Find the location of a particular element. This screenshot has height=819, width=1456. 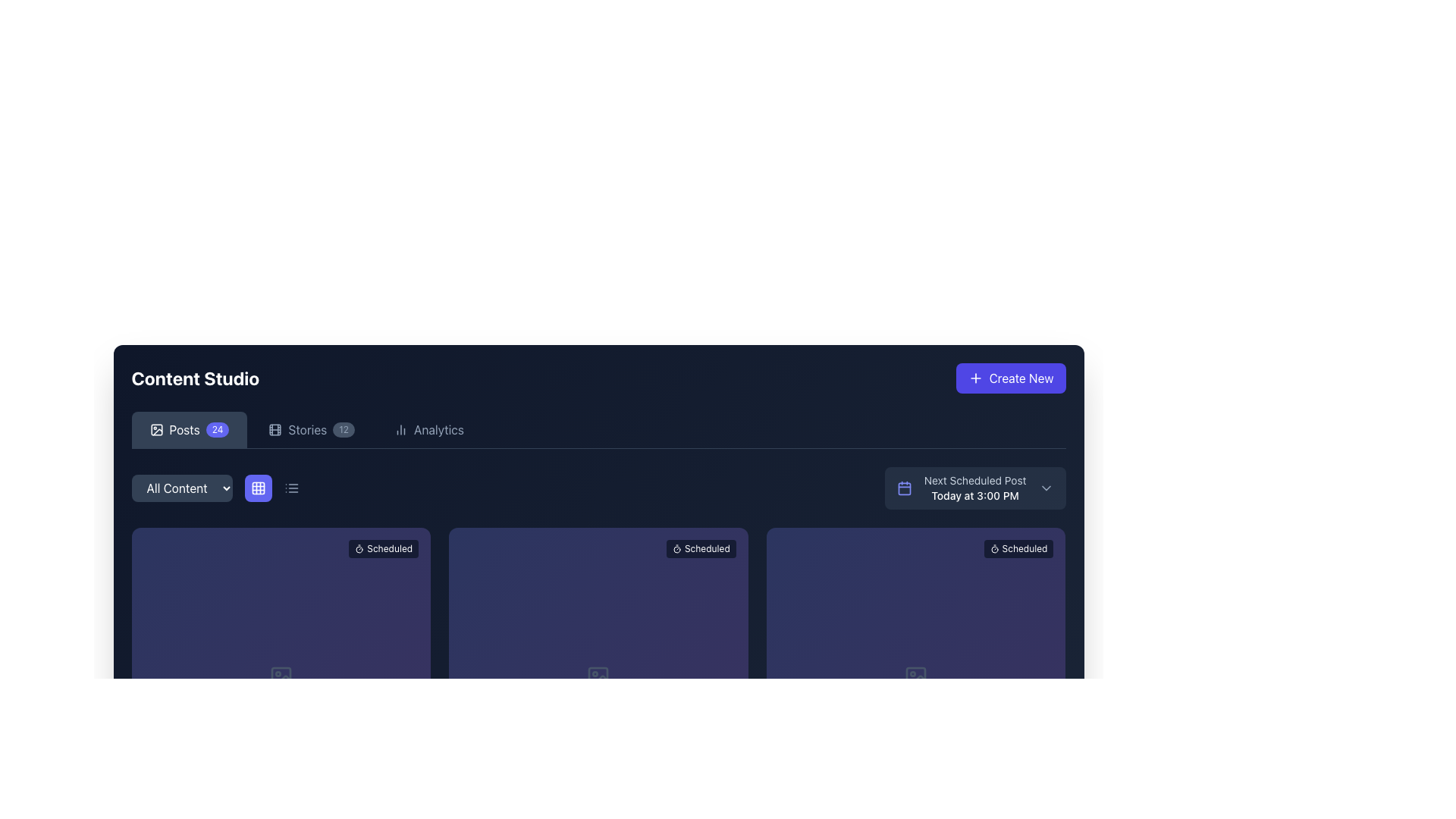

the grid layout button, which is a small rectangular icon with a grid of nine squares, located between the 'All Content' dropdown and a list view icon is located at coordinates (275, 488).